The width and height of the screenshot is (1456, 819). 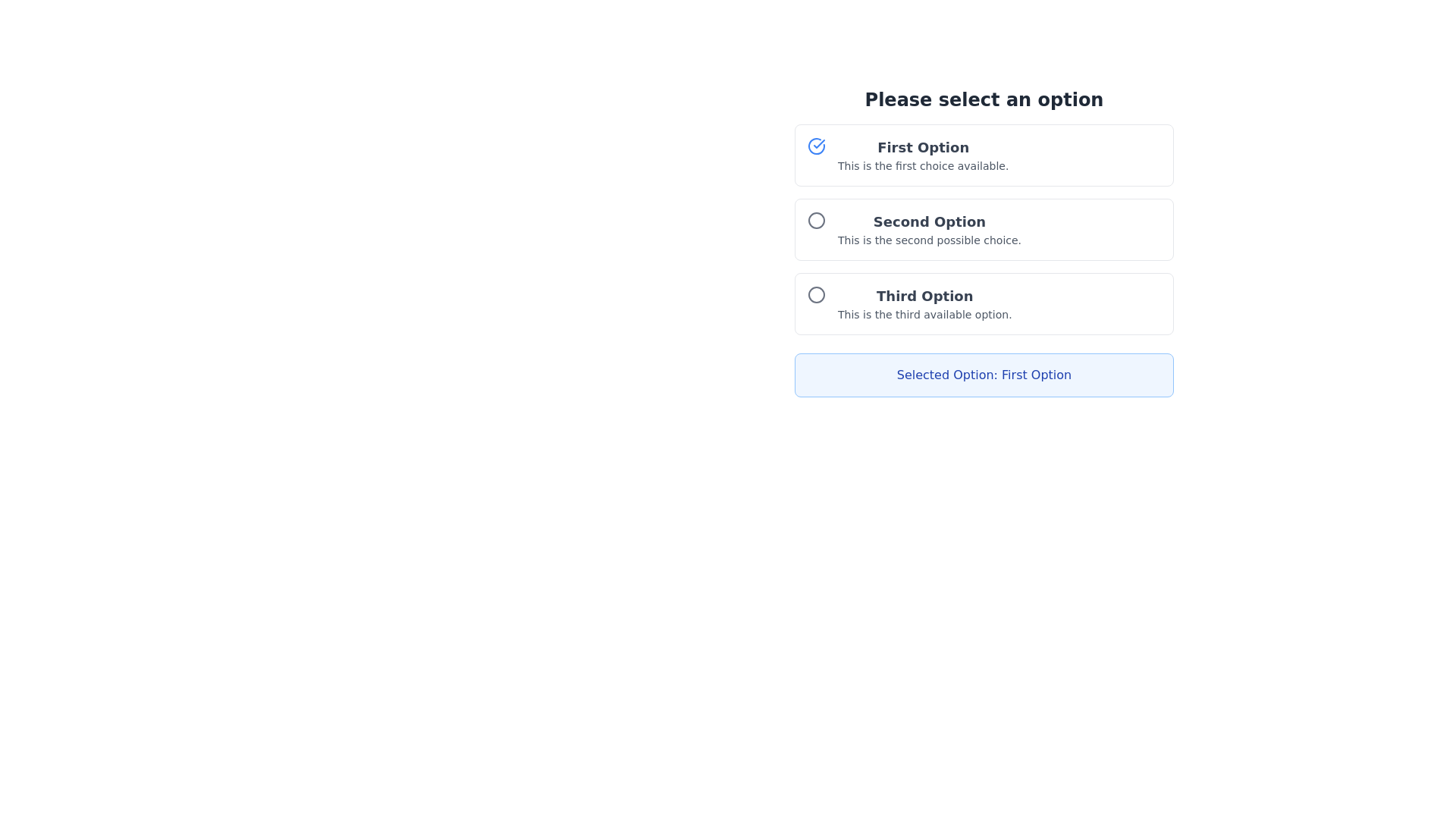 What do you see at coordinates (984, 375) in the screenshot?
I see `displayed information from the notification box with a light blue background and blue border, containing the text 'Selected Option: First Option'` at bounding box center [984, 375].